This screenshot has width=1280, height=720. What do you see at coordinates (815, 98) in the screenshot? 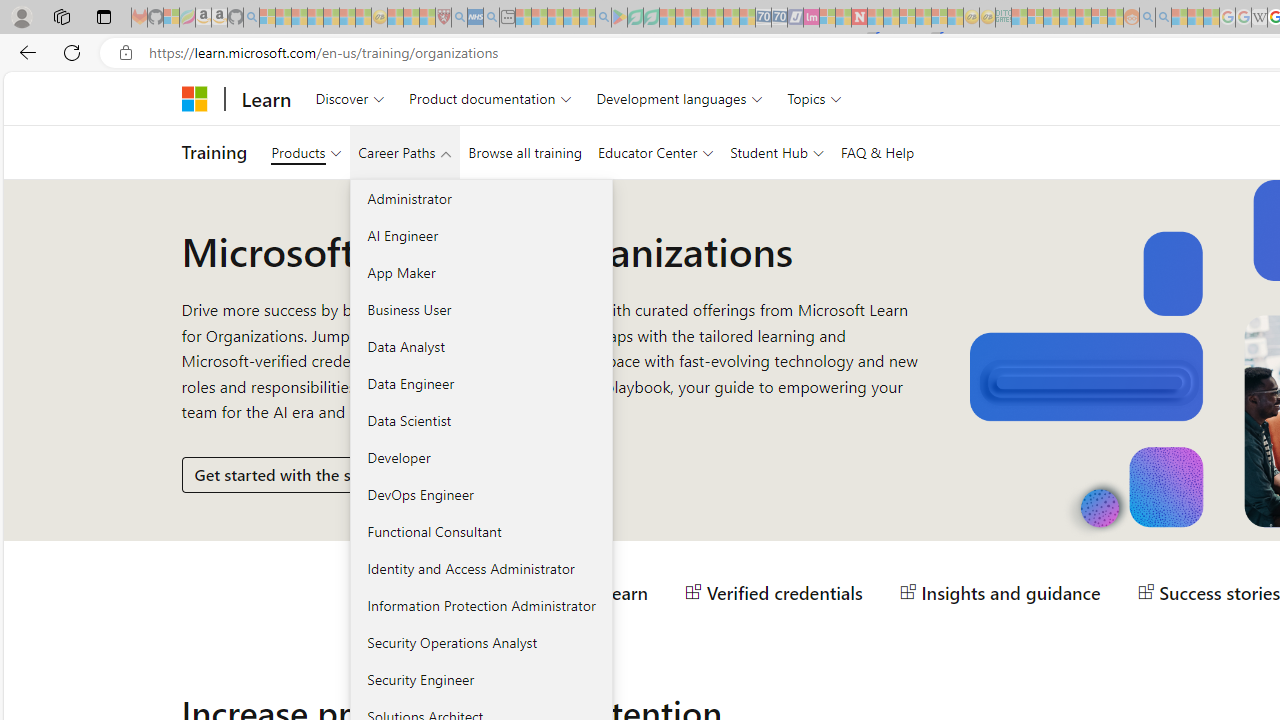
I see `'Topics'` at bounding box center [815, 98].